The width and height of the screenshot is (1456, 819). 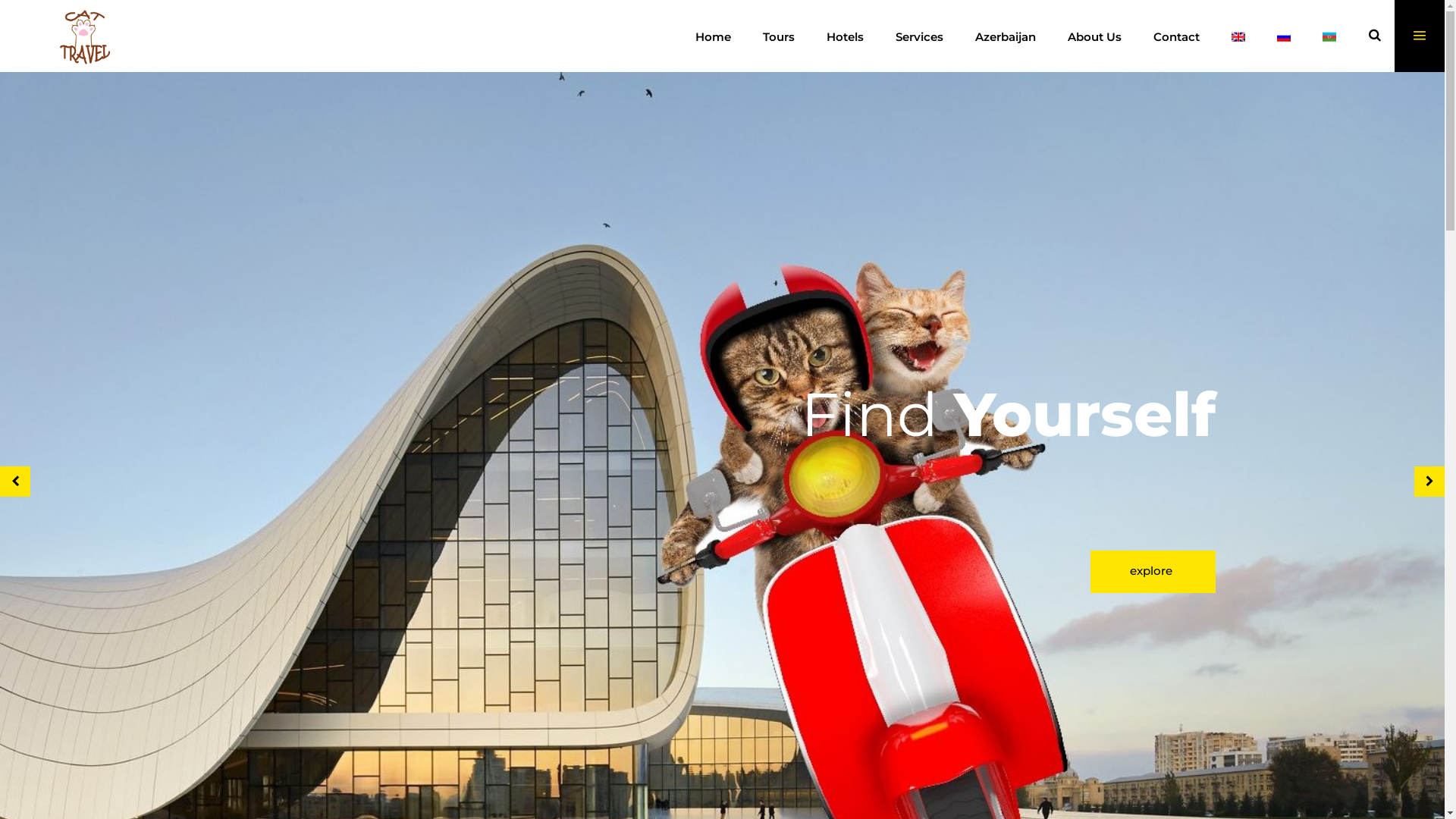 I want to click on 'Home', so click(x=679, y=35).